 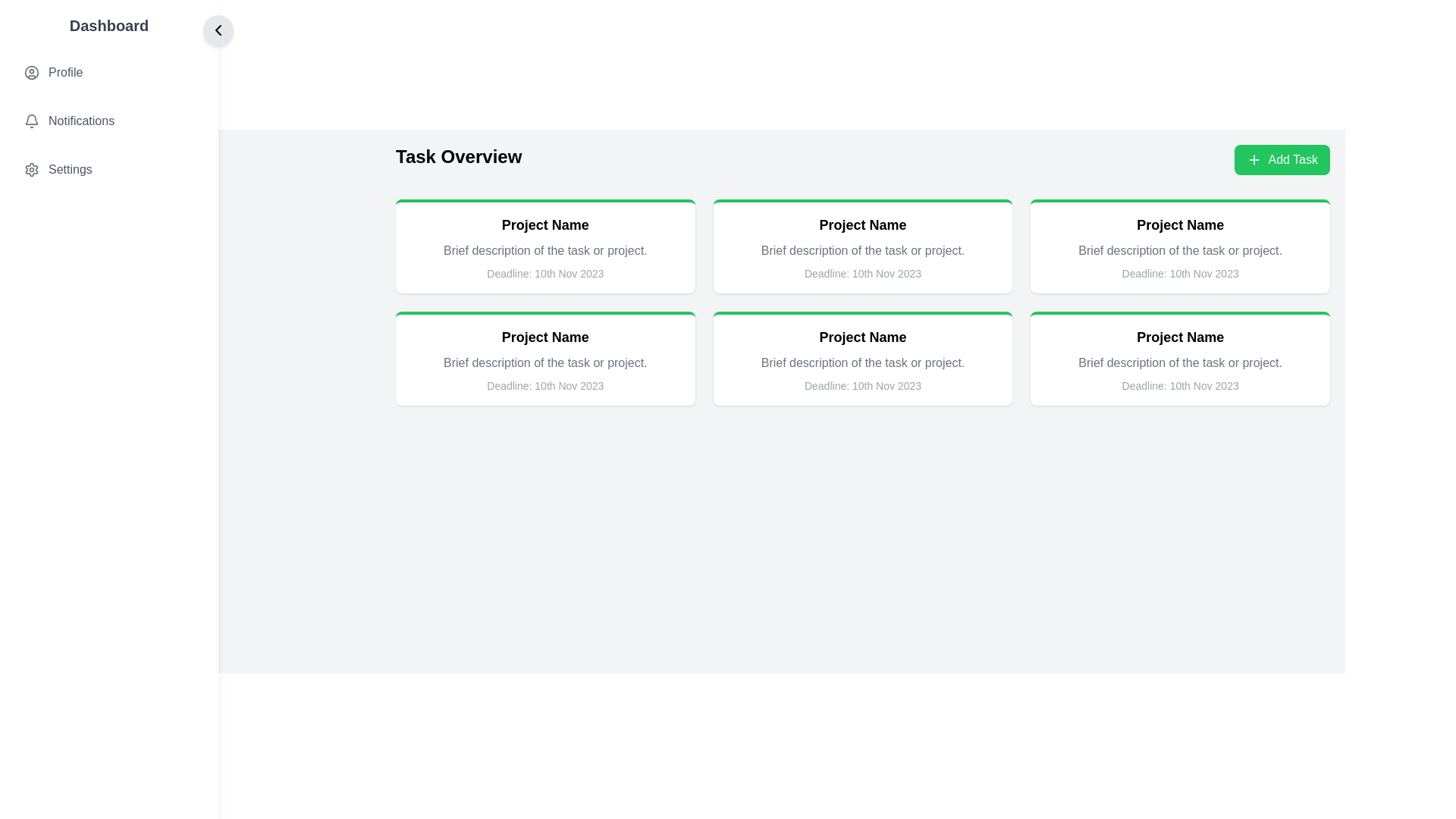 What do you see at coordinates (545, 359) in the screenshot?
I see `the Informational card located in the bottom row of a 3x2 grid layout, which is the leftmost element and contains project details` at bounding box center [545, 359].